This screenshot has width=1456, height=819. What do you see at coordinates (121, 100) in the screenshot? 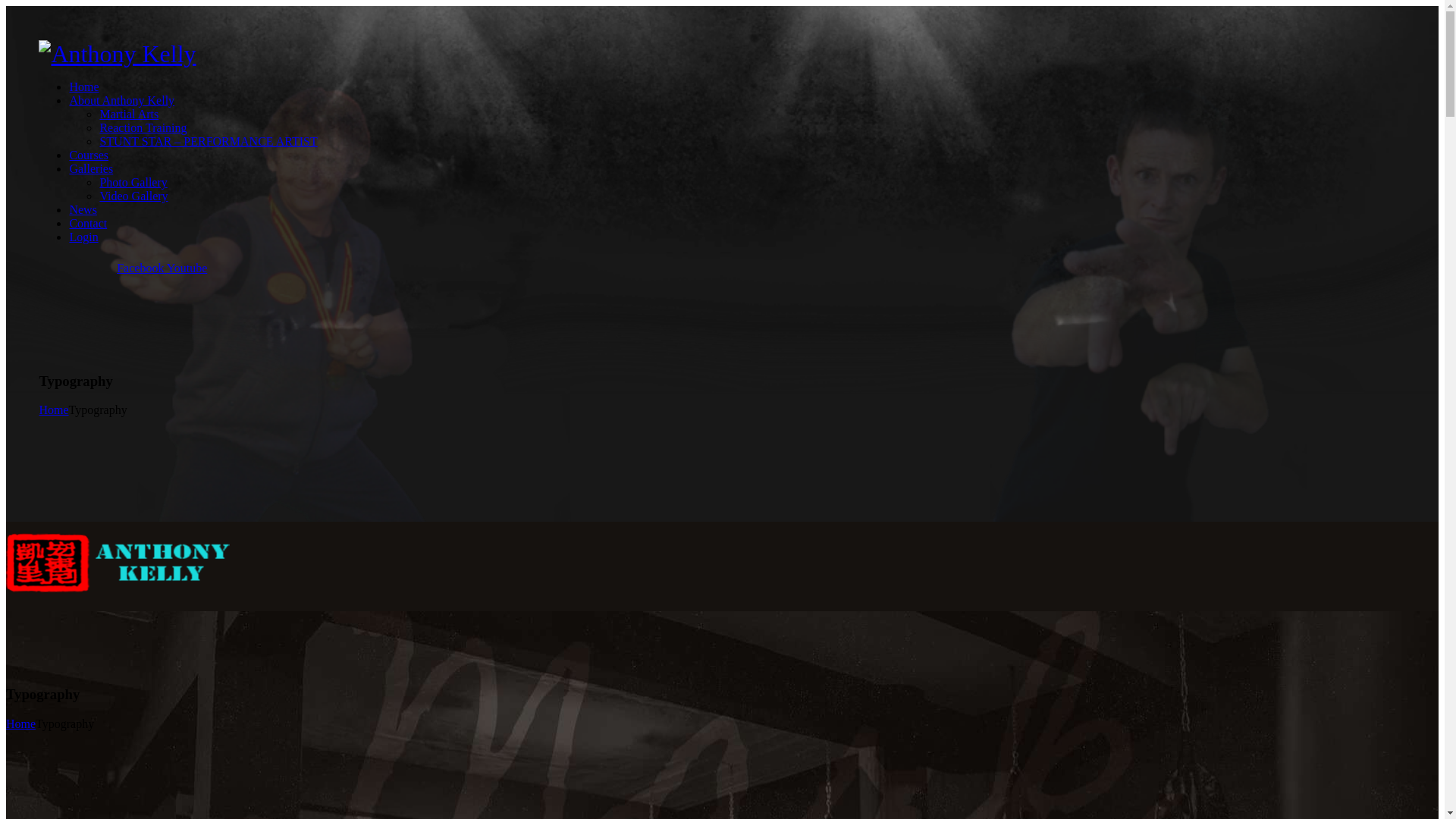
I see `'About Anthony Kelly'` at bounding box center [121, 100].